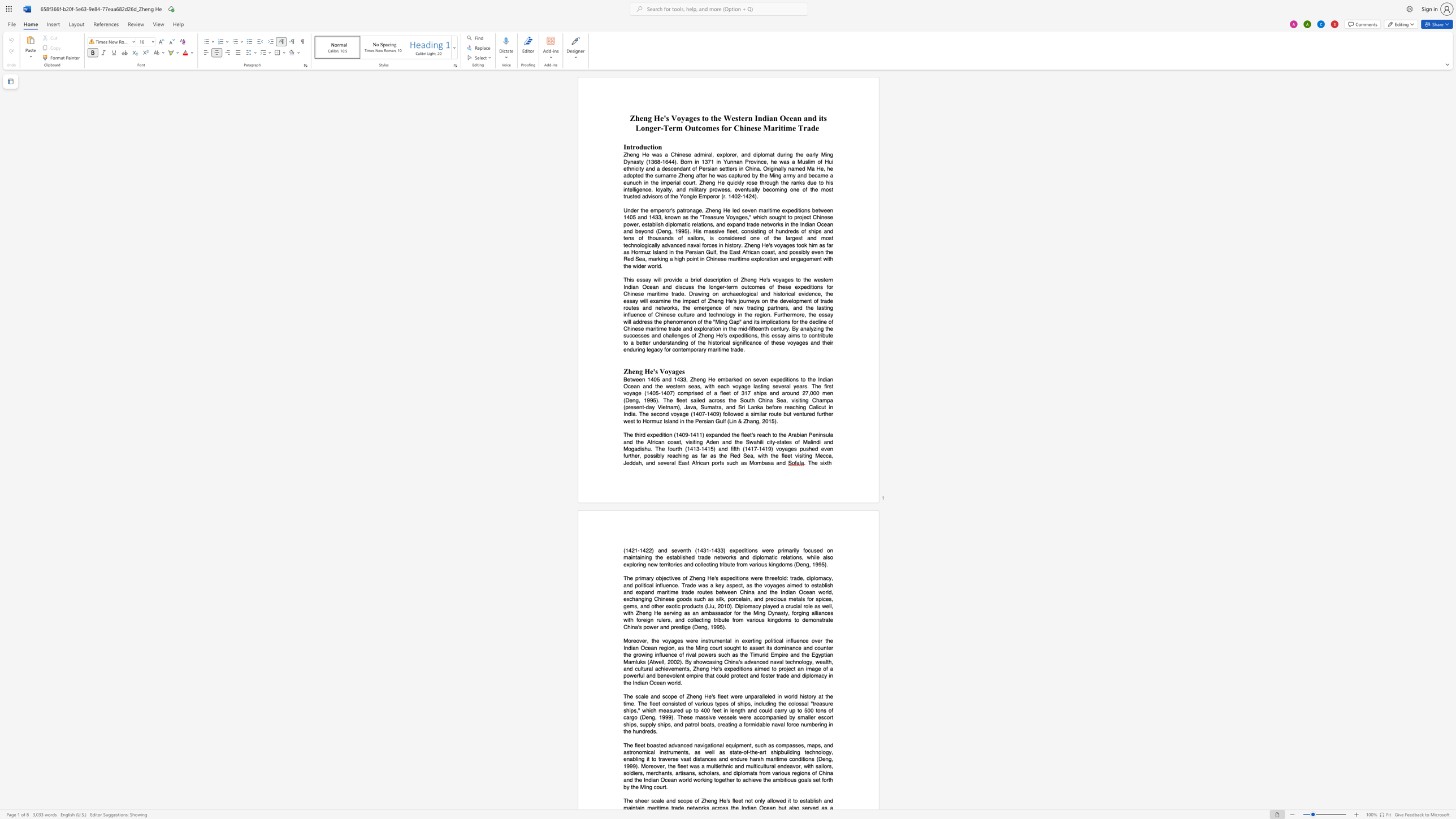  Describe the element at coordinates (640, 217) in the screenshot. I see `the subset text "nd 1433, known as the" within the text "Under the emperor"` at that location.